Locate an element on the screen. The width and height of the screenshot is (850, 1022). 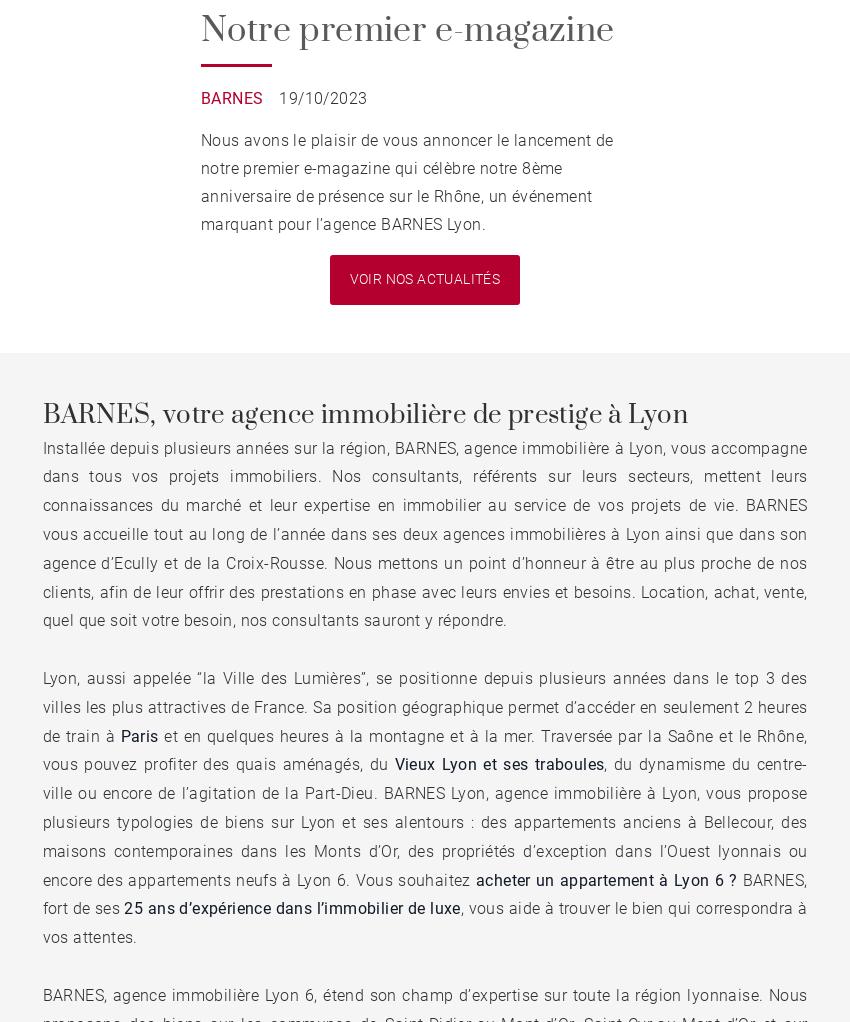
'Lyon, aussi appelée “la Ville des Lumières”, se positionne depuis plusieurs années dans le top 3 des villes les plus attractives de France. Sa position géographique permet d’accéder en seulement 2 heures de train à' is located at coordinates (424, 706).